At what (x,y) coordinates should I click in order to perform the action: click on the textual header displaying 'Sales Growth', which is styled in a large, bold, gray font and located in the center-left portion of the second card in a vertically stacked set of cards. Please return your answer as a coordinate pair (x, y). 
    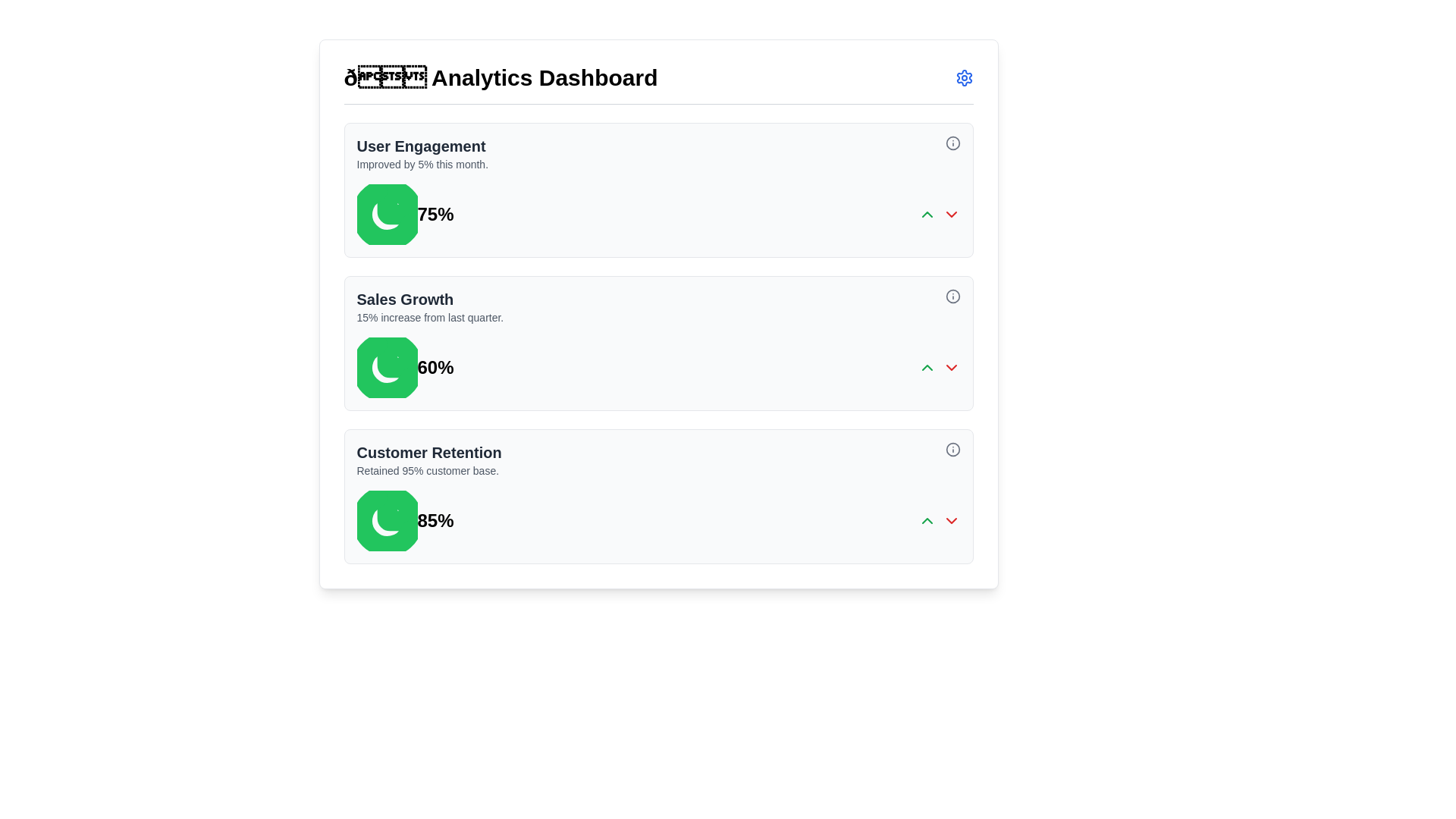
    Looking at the image, I should click on (405, 299).